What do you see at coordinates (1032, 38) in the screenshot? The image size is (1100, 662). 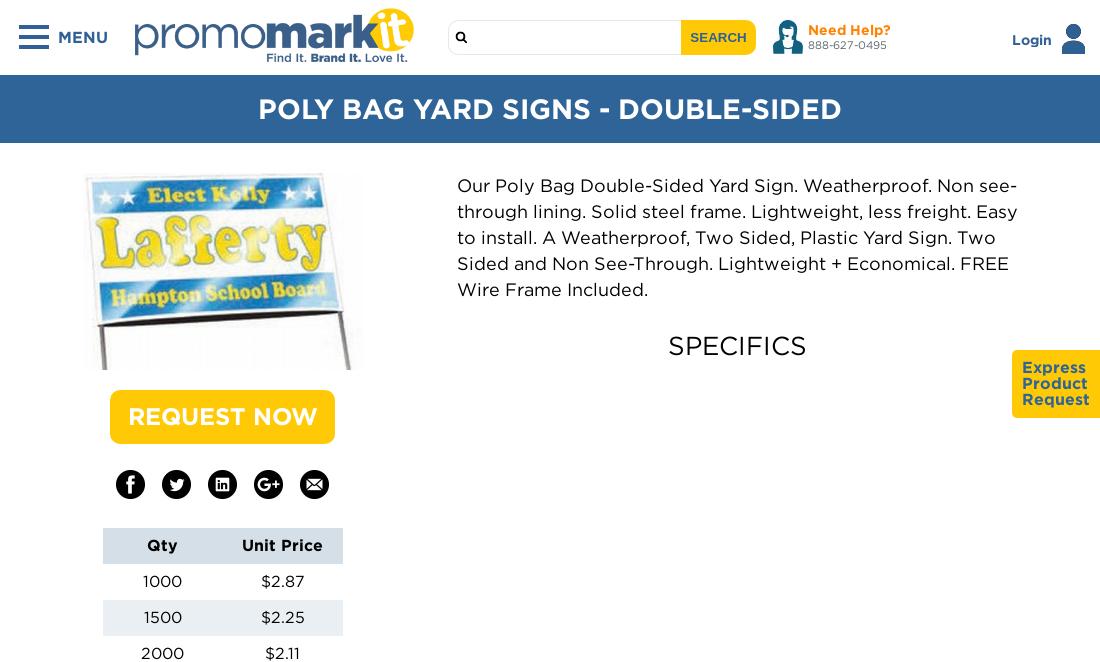 I see `'Login'` at bounding box center [1032, 38].